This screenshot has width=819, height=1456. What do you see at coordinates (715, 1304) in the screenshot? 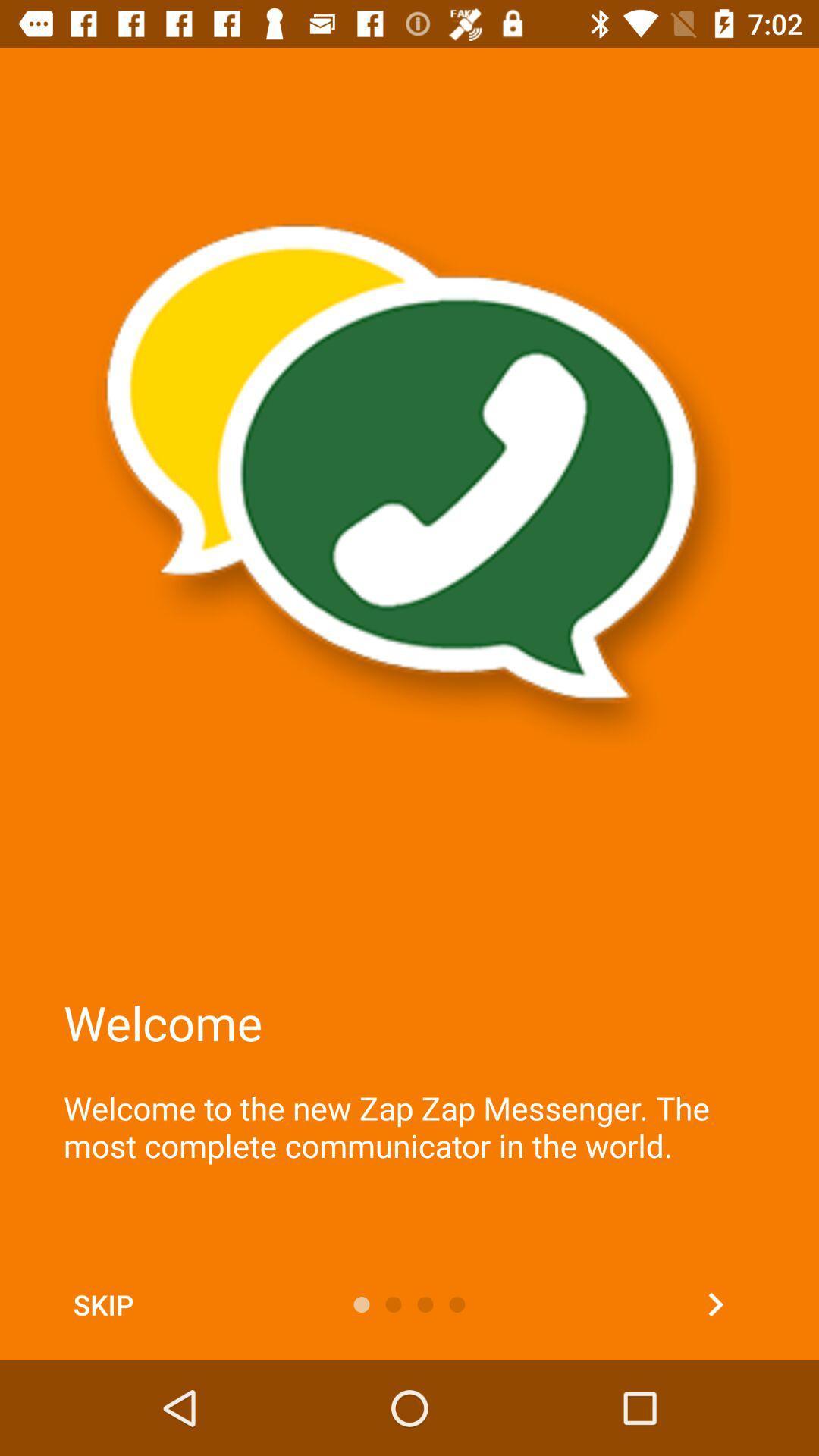
I see `advance to the next slide` at bounding box center [715, 1304].